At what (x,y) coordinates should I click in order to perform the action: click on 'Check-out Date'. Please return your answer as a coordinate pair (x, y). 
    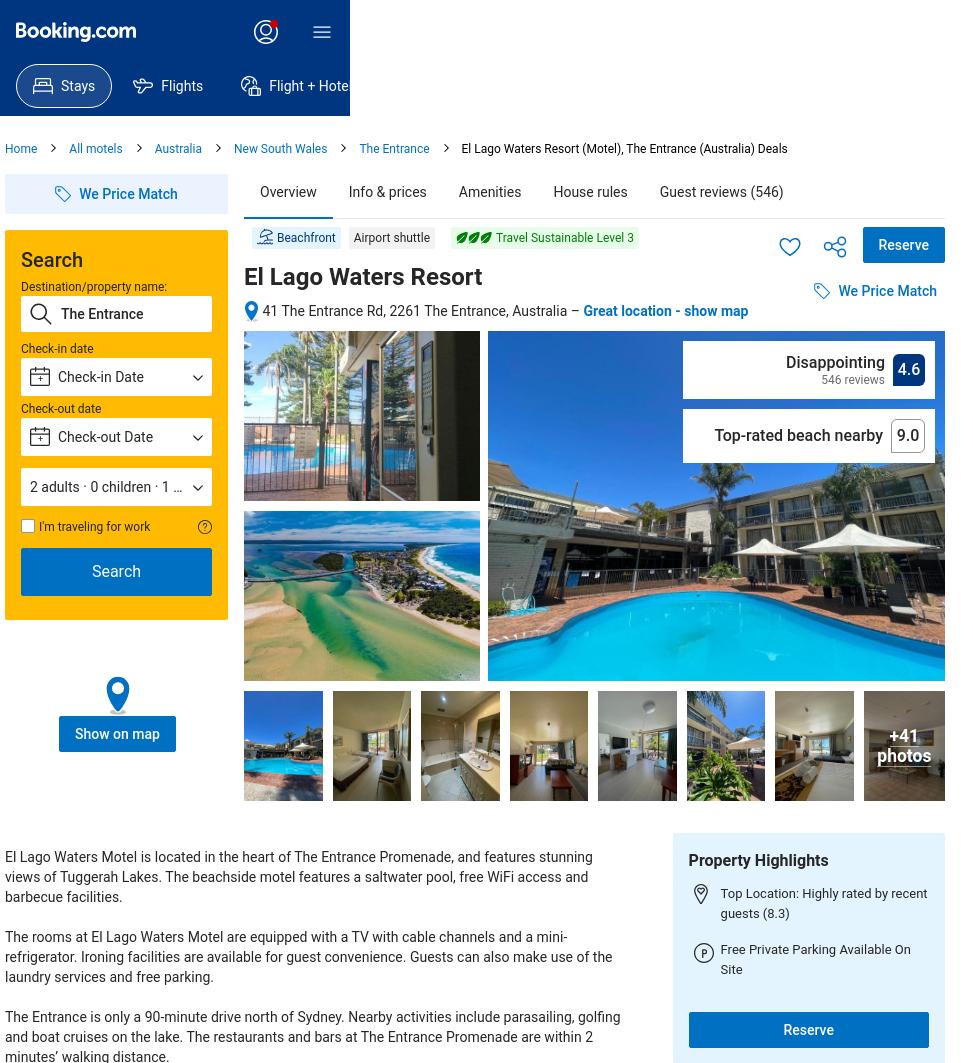
    Looking at the image, I should click on (104, 436).